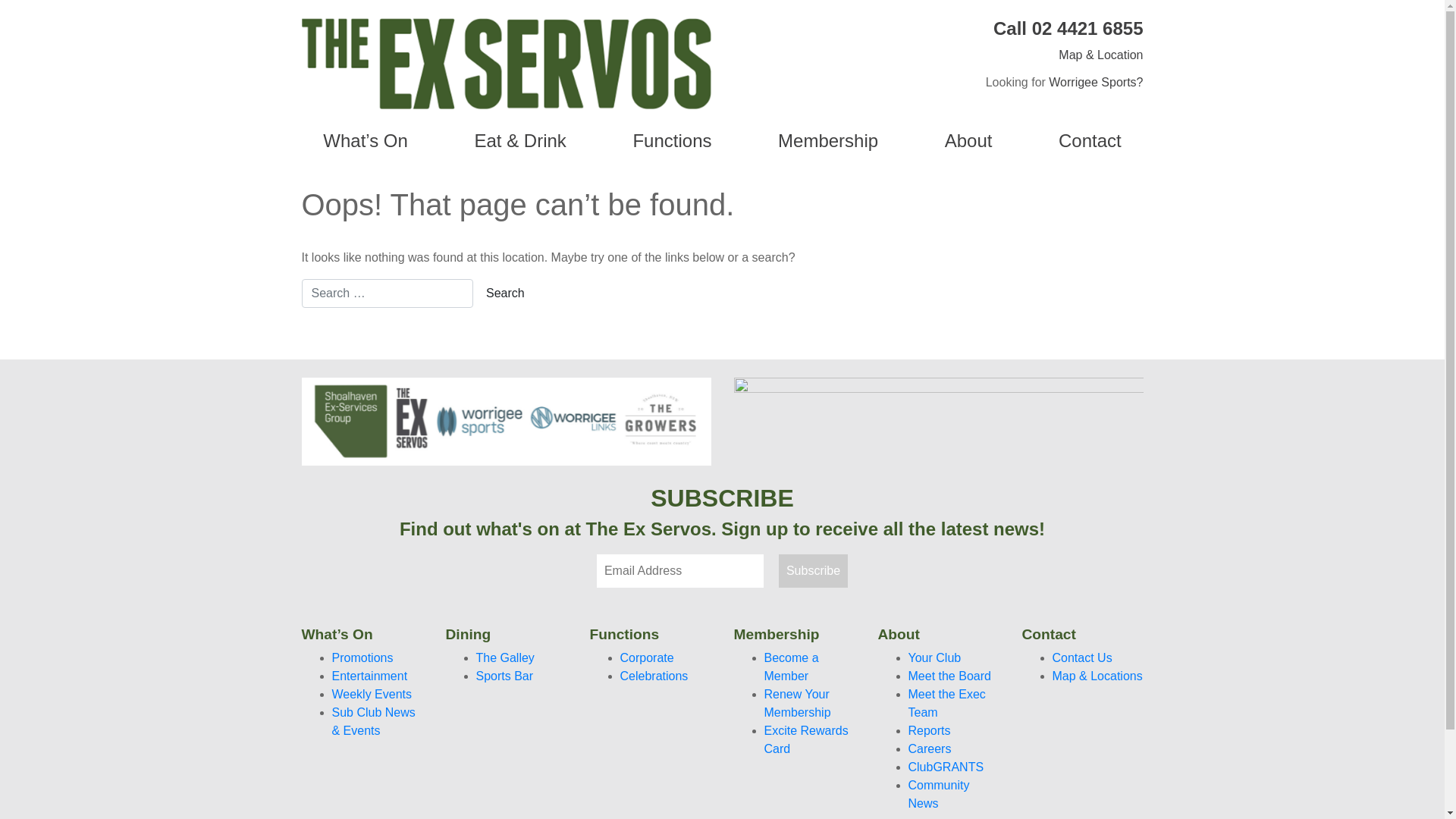 This screenshot has height=819, width=1456. What do you see at coordinates (1087, 28) in the screenshot?
I see `'02 4421 6855'` at bounding box center [1087, 28].